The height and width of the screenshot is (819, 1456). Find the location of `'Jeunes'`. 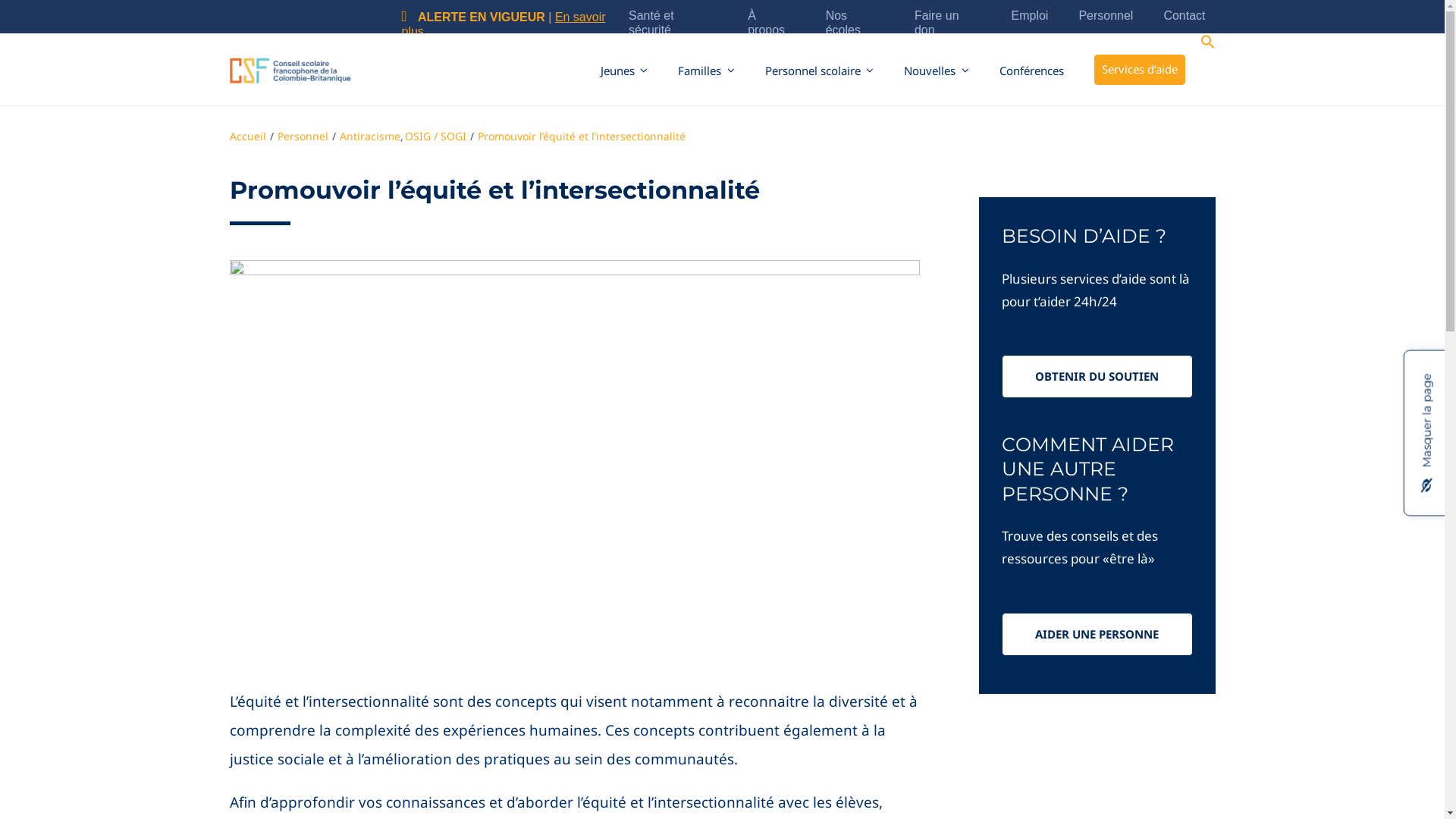

'Jeunes' is located at coordinates (624, 69).